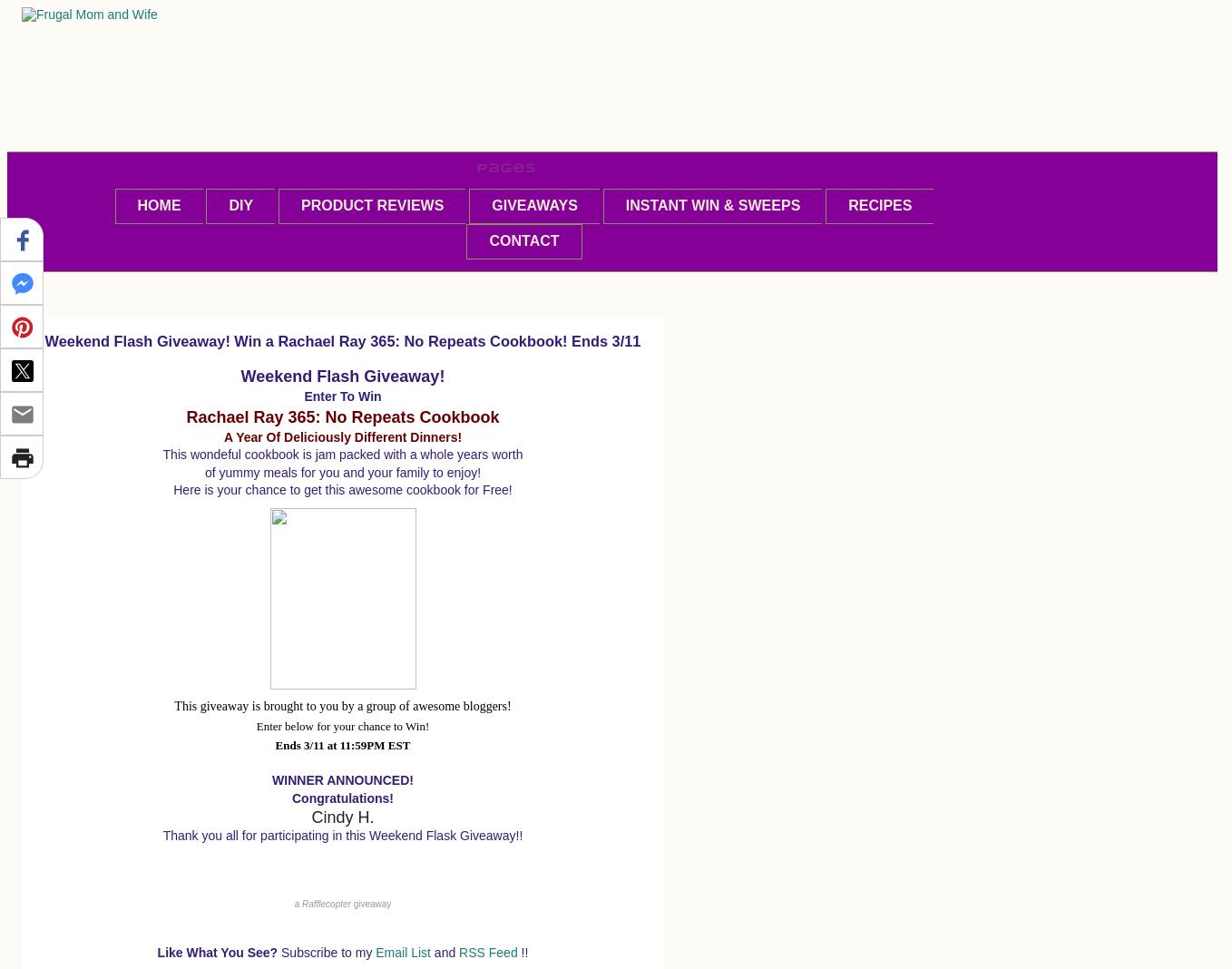 Image resolution: width=1232 pixels, height=969 pixels. Describe the element at coordinates (880, 205) in the screenshot. I see `'RECIPES'` at that location.